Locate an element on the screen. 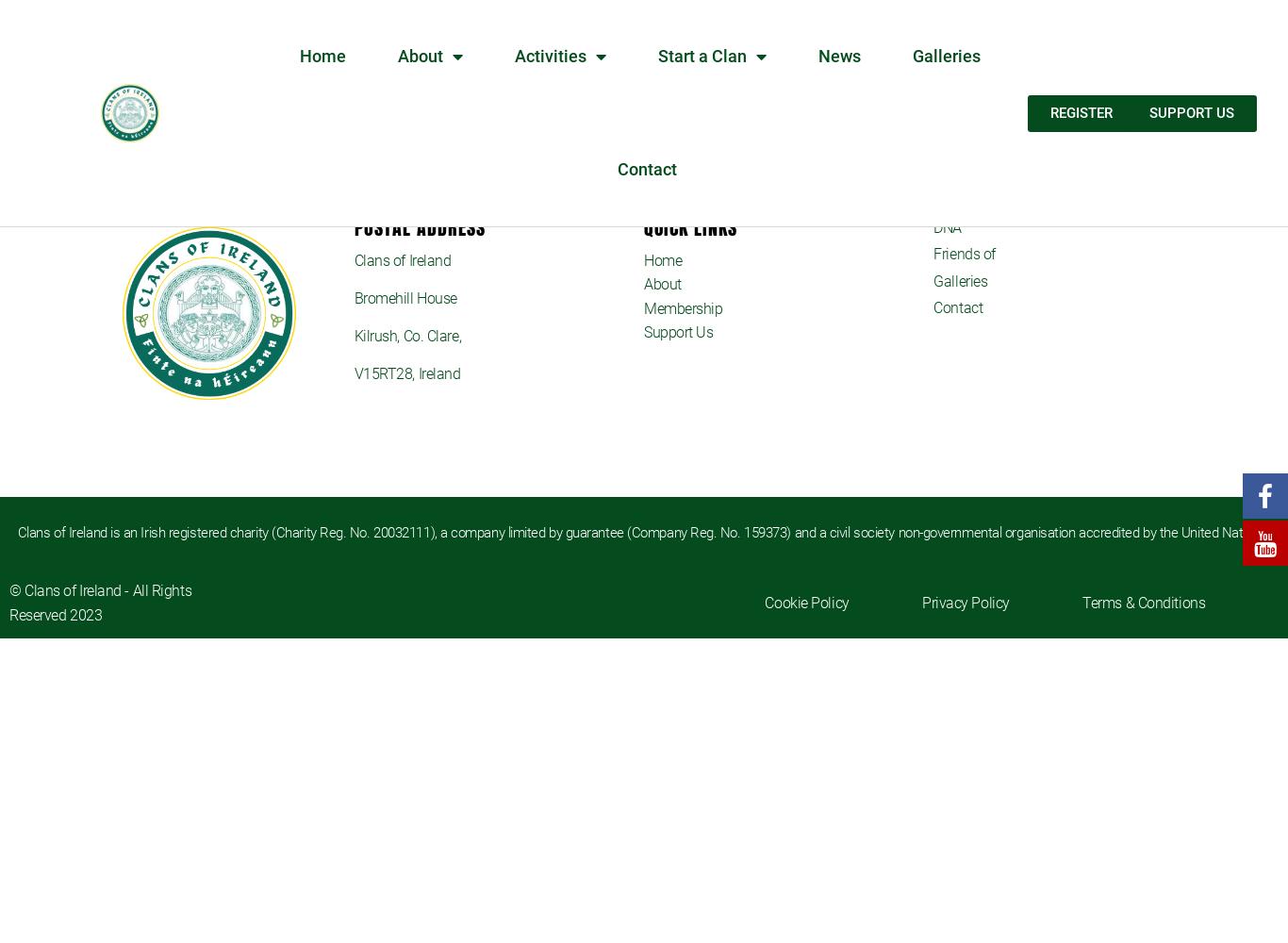  'Quick Links' is located at coordinates (689, 225).